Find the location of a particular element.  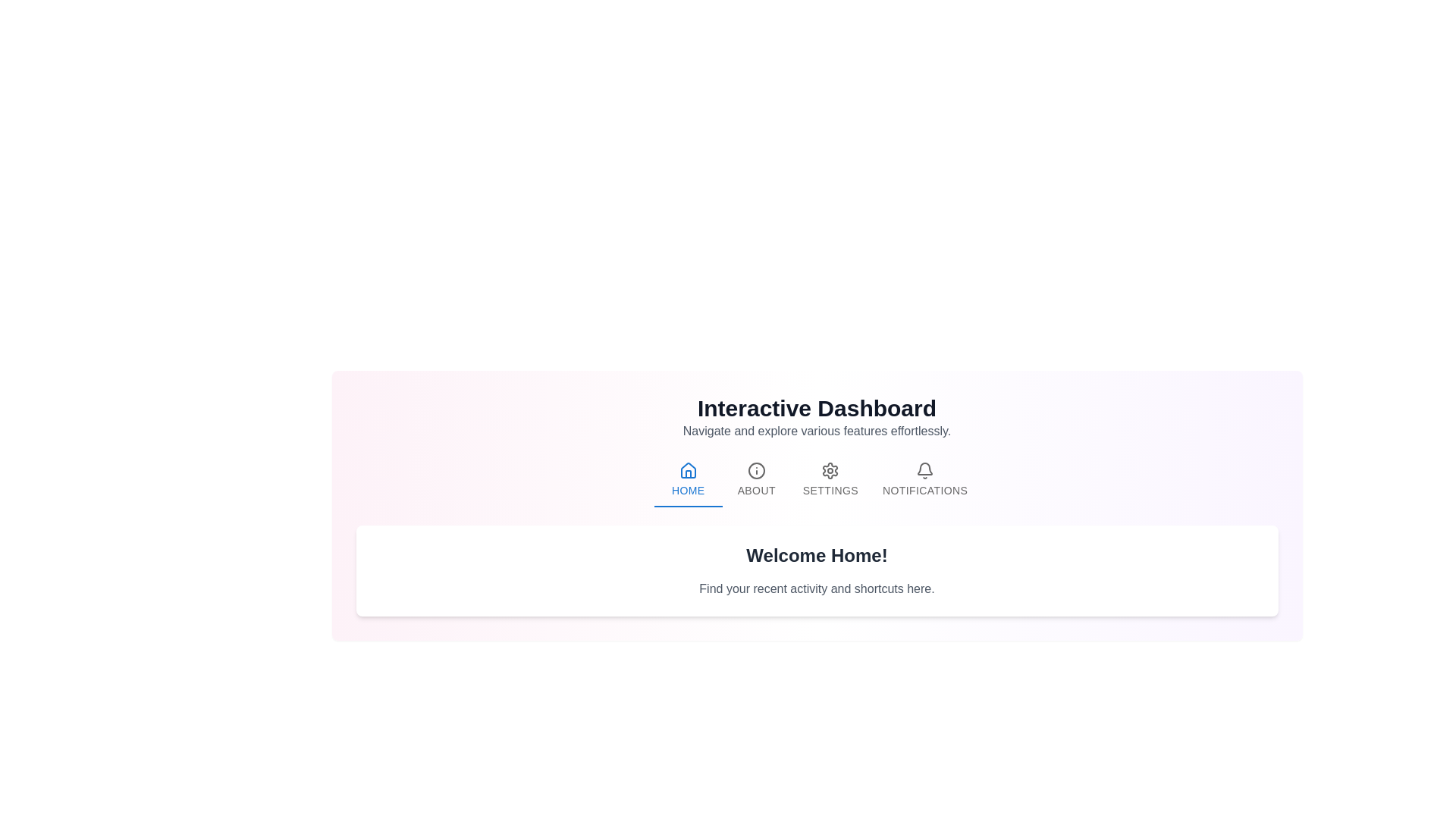

the Text Label element displaying 'Navigate and explore various features effortlessly.' which is positioned directly under the heading 'Interactive Dashboard' is located at coordinates (816, 431).